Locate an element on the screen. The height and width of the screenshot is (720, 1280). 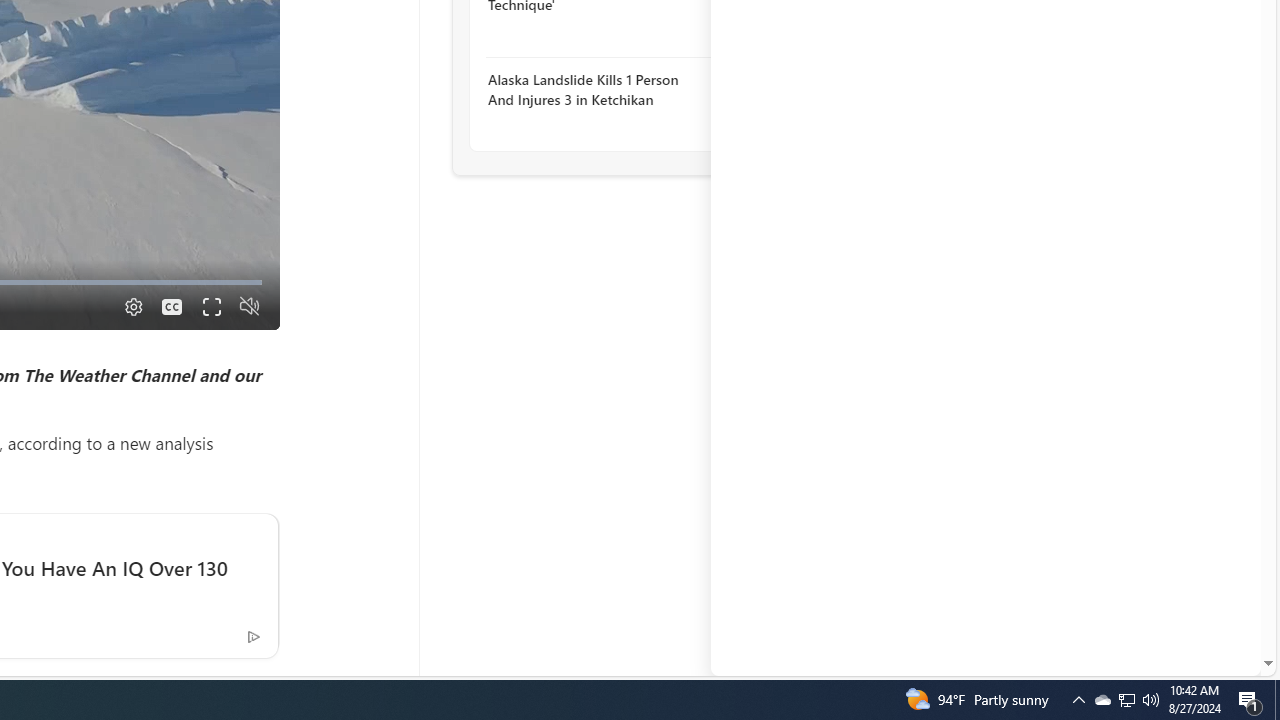
'Captions' is located at coordinates (171, 306).